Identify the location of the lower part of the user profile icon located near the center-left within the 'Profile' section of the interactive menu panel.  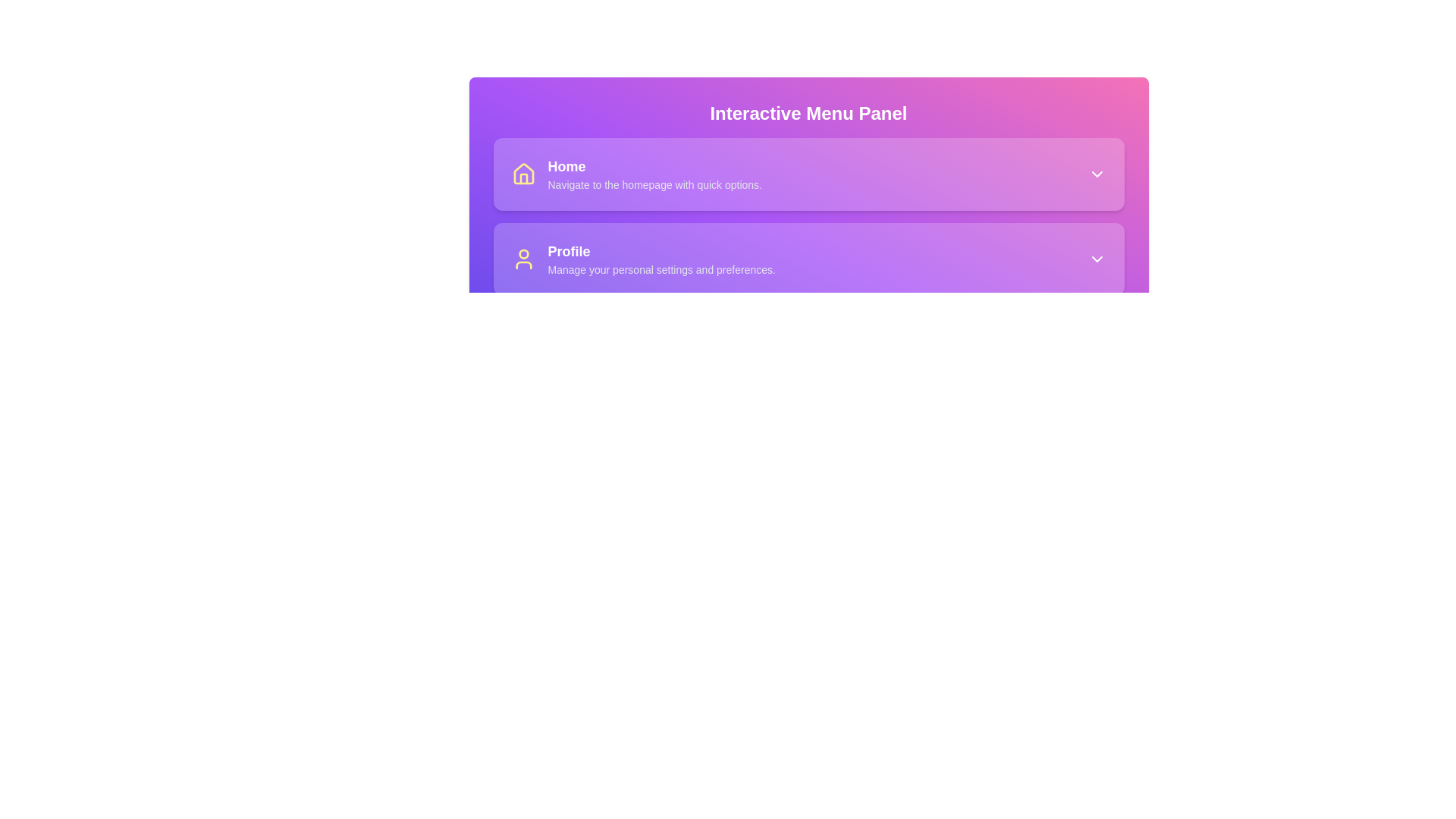
(523, 265).